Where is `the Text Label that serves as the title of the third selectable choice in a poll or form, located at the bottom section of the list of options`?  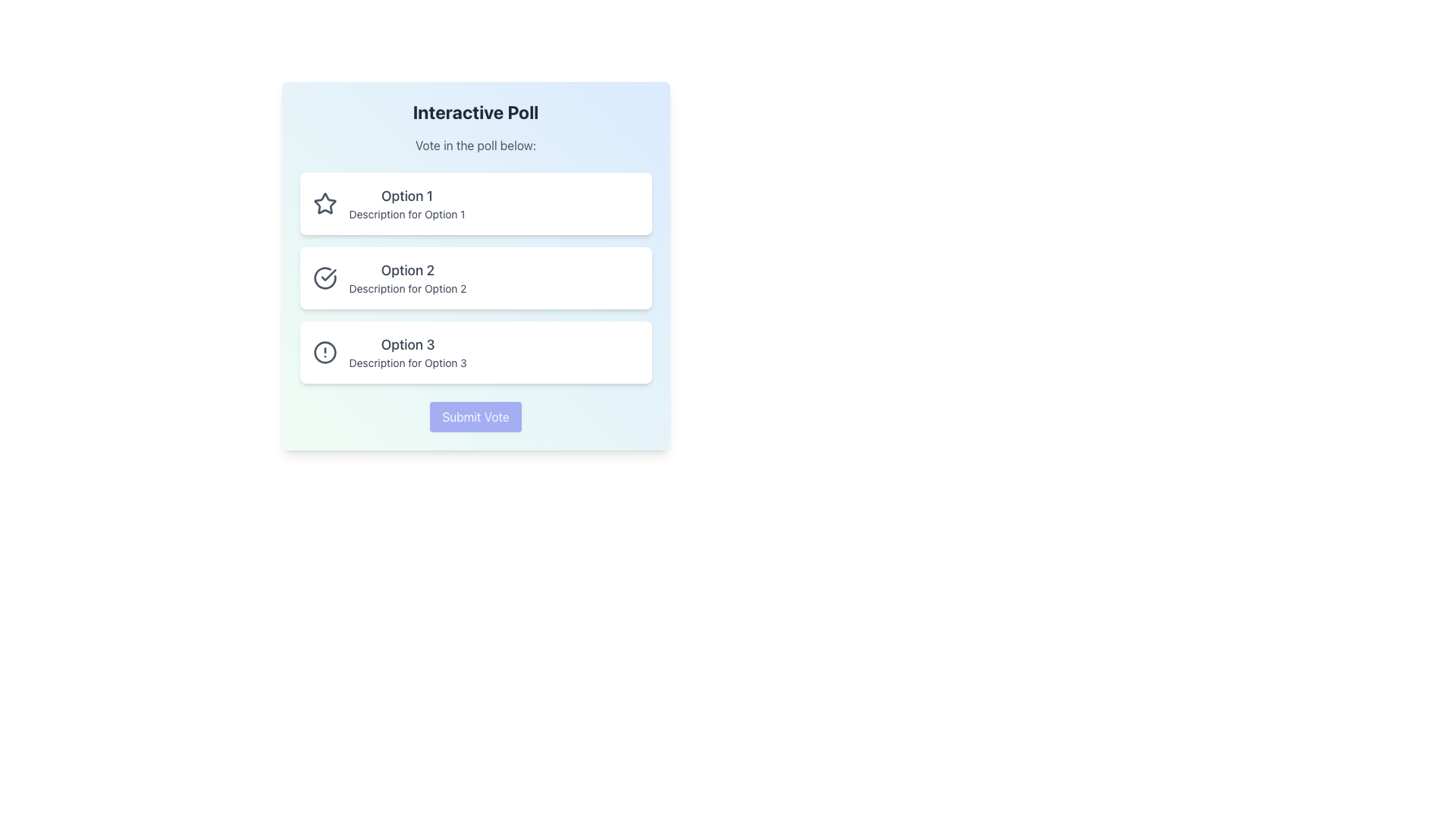 the Text Label that serves as the title of the third selectable choice in a poll or form, located at the bottom section of the list of options is located at coordinates (408, 345).